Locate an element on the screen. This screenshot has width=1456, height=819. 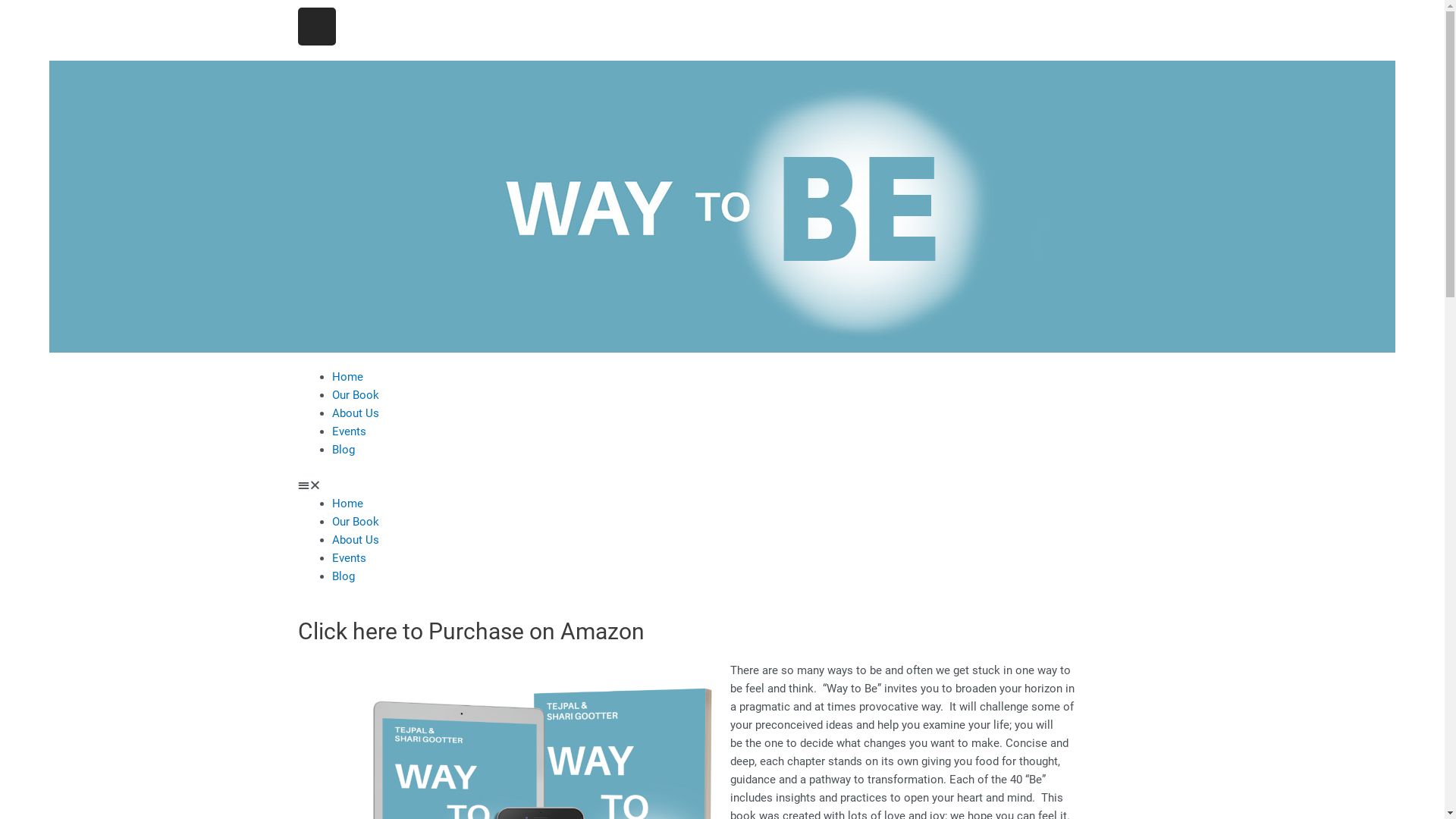
'Home' is located at coordinates (347, 376).